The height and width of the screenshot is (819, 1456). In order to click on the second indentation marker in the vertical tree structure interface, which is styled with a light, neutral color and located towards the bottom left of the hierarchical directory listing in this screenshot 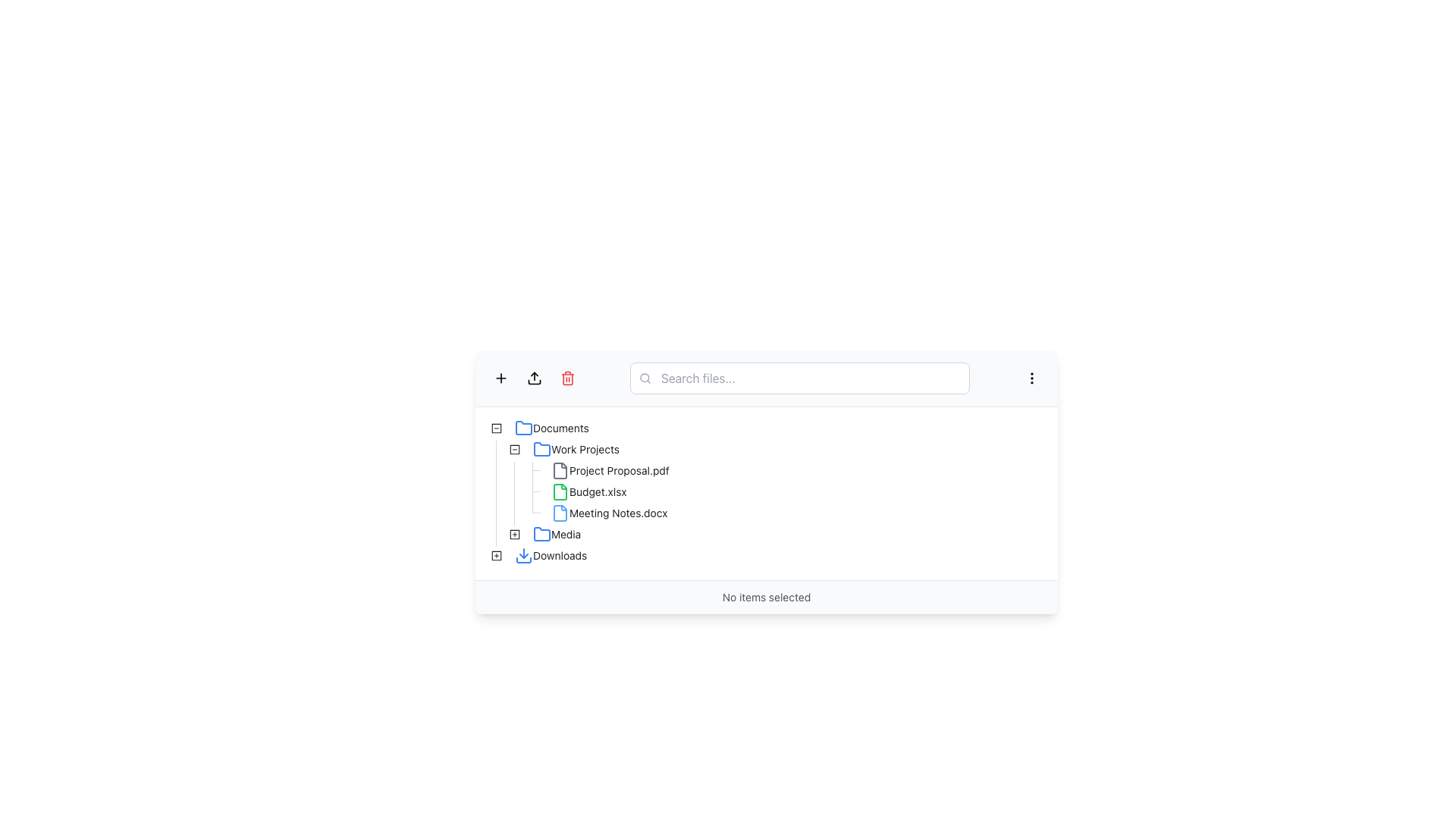, I will do `click(514, 513)`.